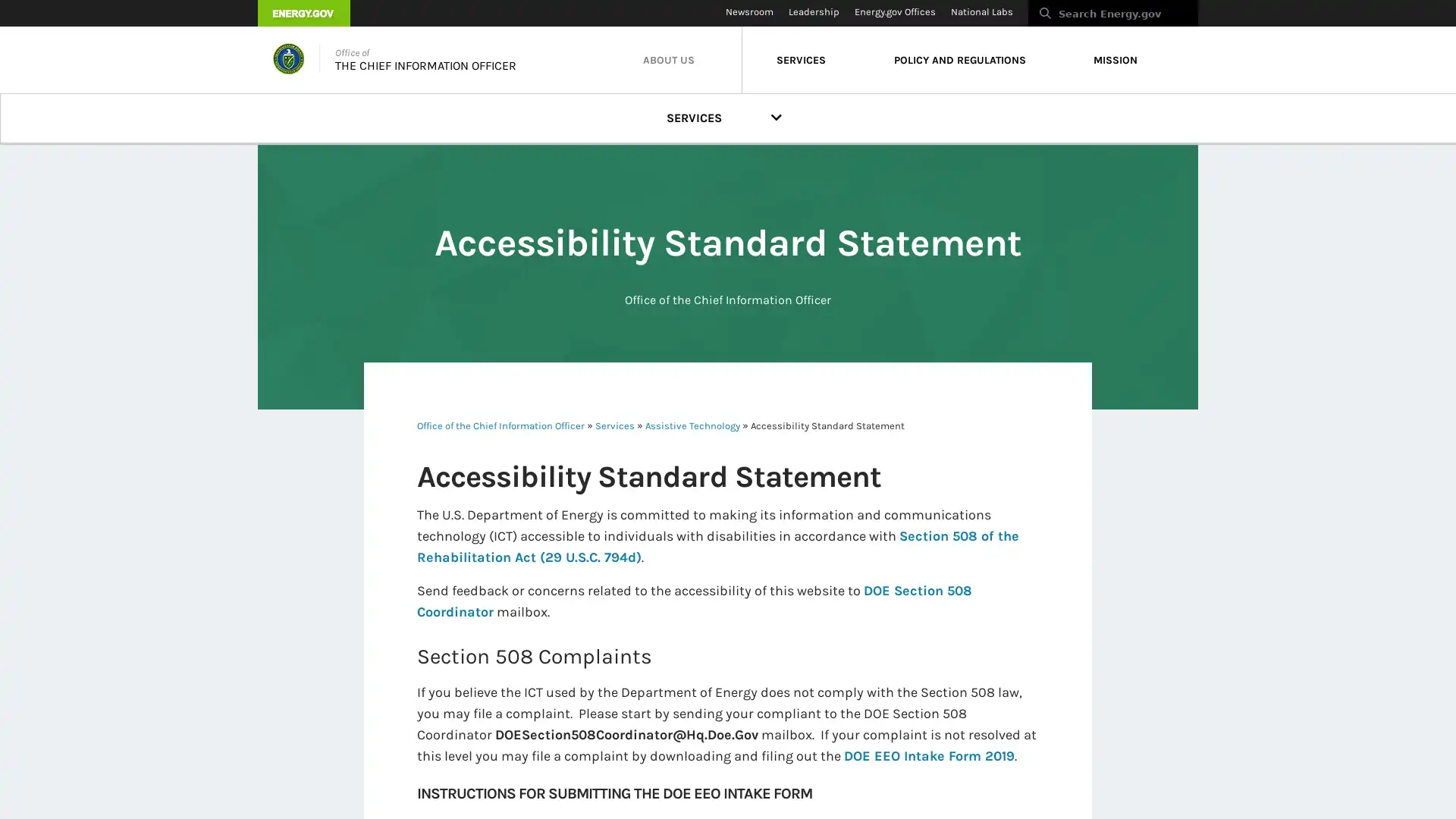  I want to click on SEARCH, so click(1214, 17).